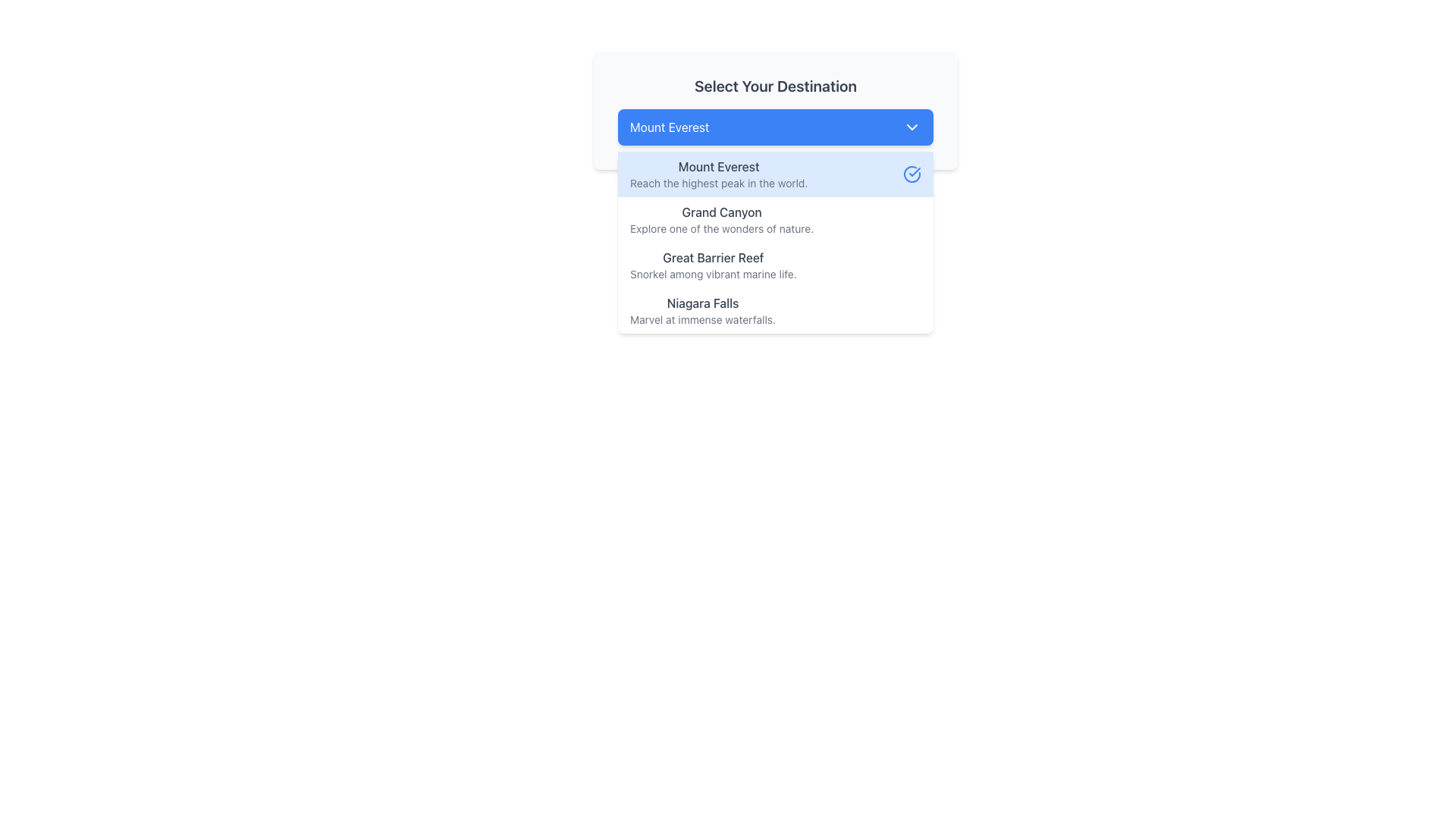 The width and height of the screenshot is (1456, 819). What do you see at coordinates (721, 212) in the screenshot?
I see `text label displaying 'Grand Canyon' in the dropdown menu, which is the first selectable option beneath 'Mount Everest'` at bounding box center [721, 212].